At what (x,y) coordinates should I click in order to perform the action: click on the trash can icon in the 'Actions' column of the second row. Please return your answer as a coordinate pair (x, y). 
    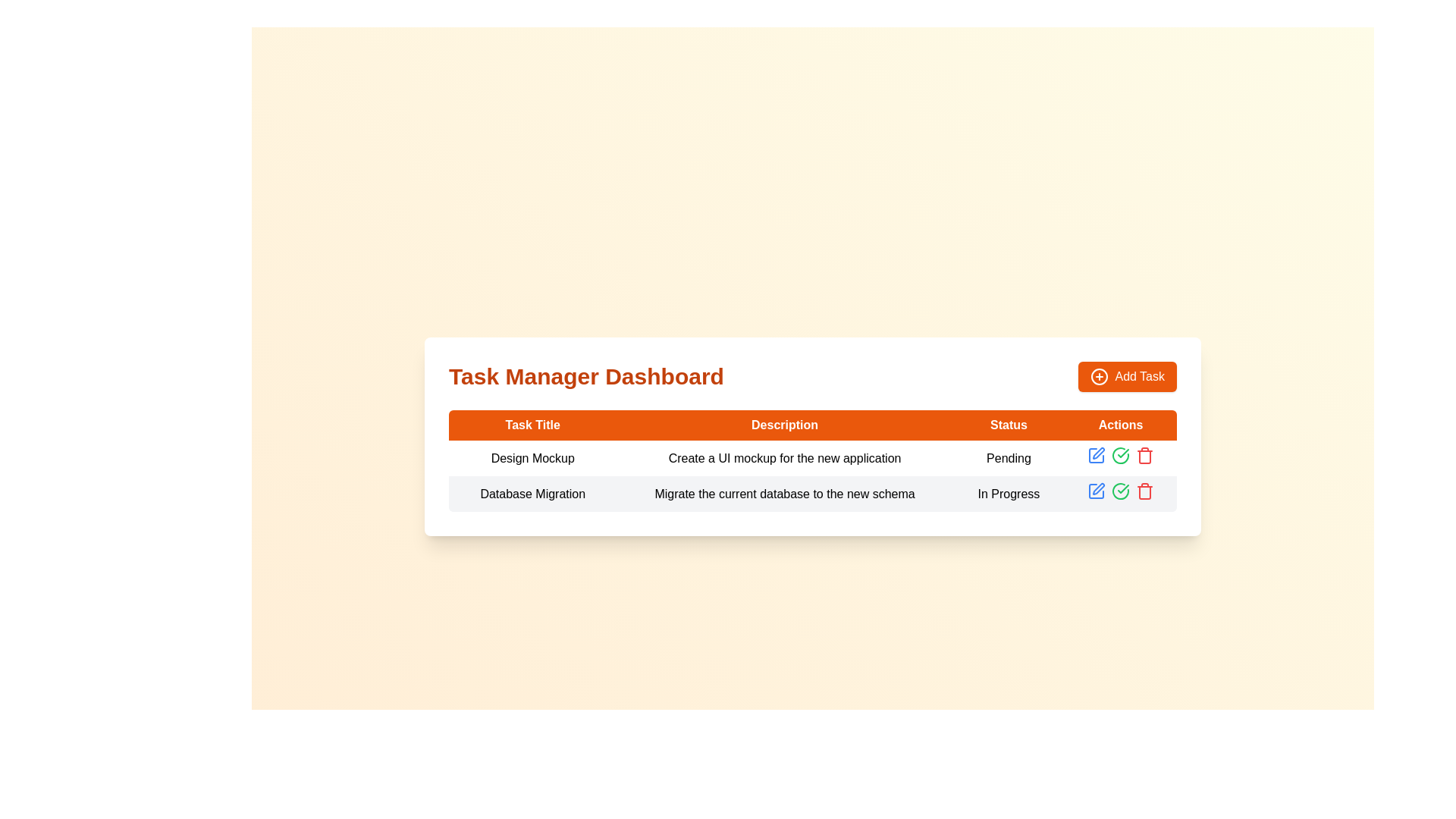
    Looking at the image, I should click on (1145, 456).